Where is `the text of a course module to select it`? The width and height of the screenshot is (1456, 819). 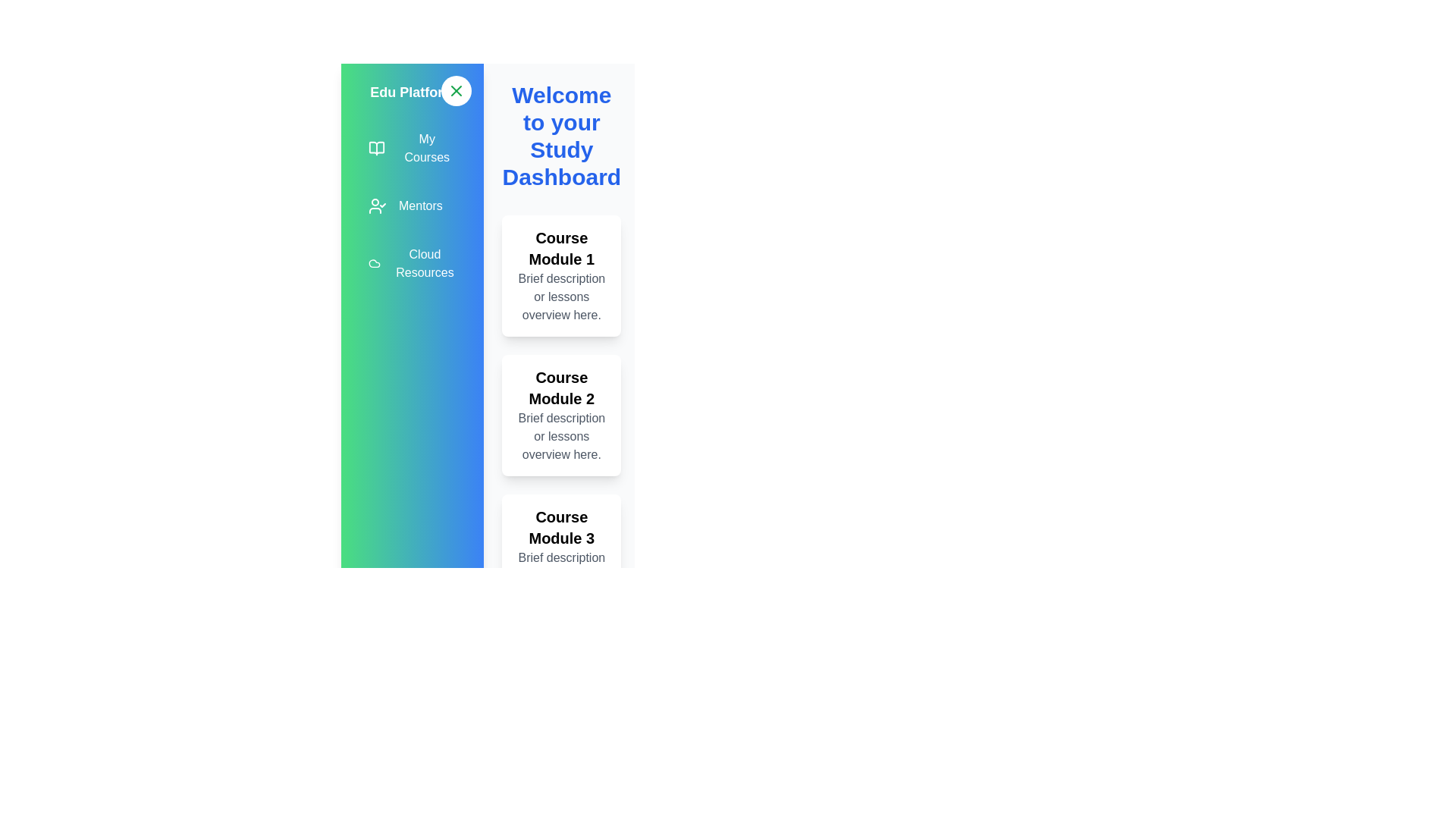 the text of a course module to select it is located at coordinates (560, 275).